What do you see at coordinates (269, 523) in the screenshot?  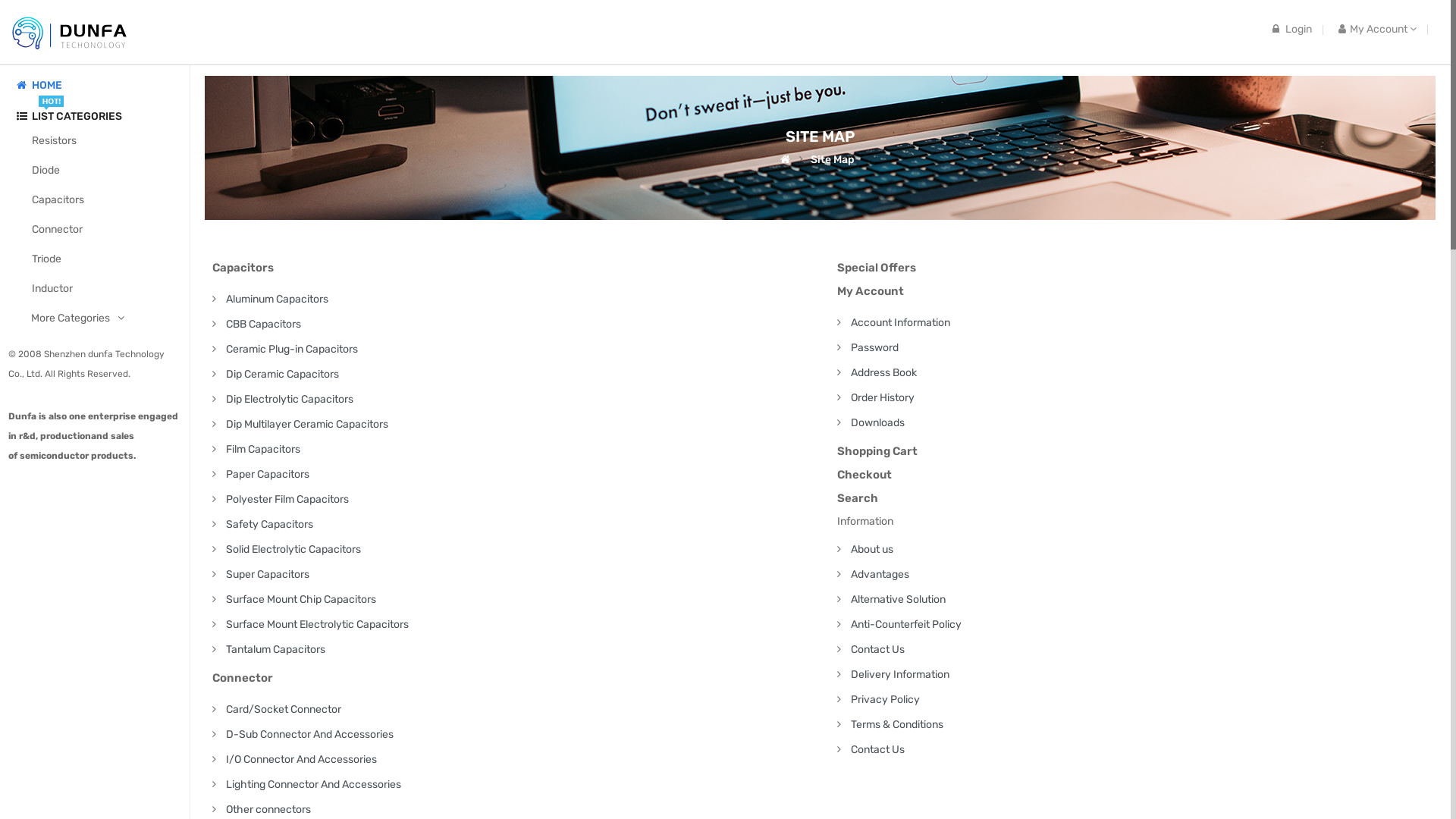 I see `'Safety Capacitors'` at bounding box center [269, 523].